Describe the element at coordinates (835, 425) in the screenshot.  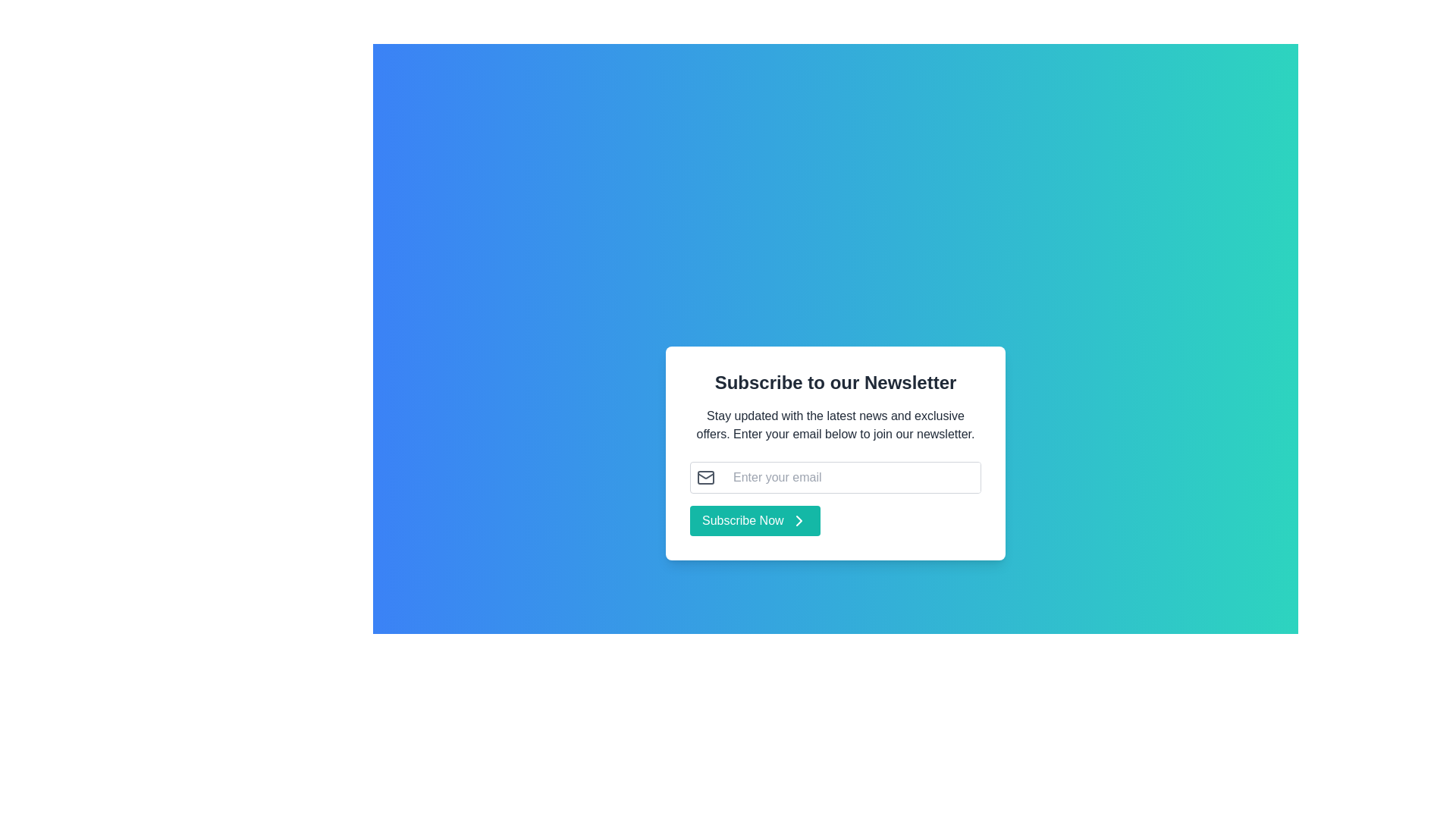
I see `the newsletter subscription message text, which is styled with a gray font on a white background and located within the subscription box below the title 'Subscribe to our Newsletter'` at that location.